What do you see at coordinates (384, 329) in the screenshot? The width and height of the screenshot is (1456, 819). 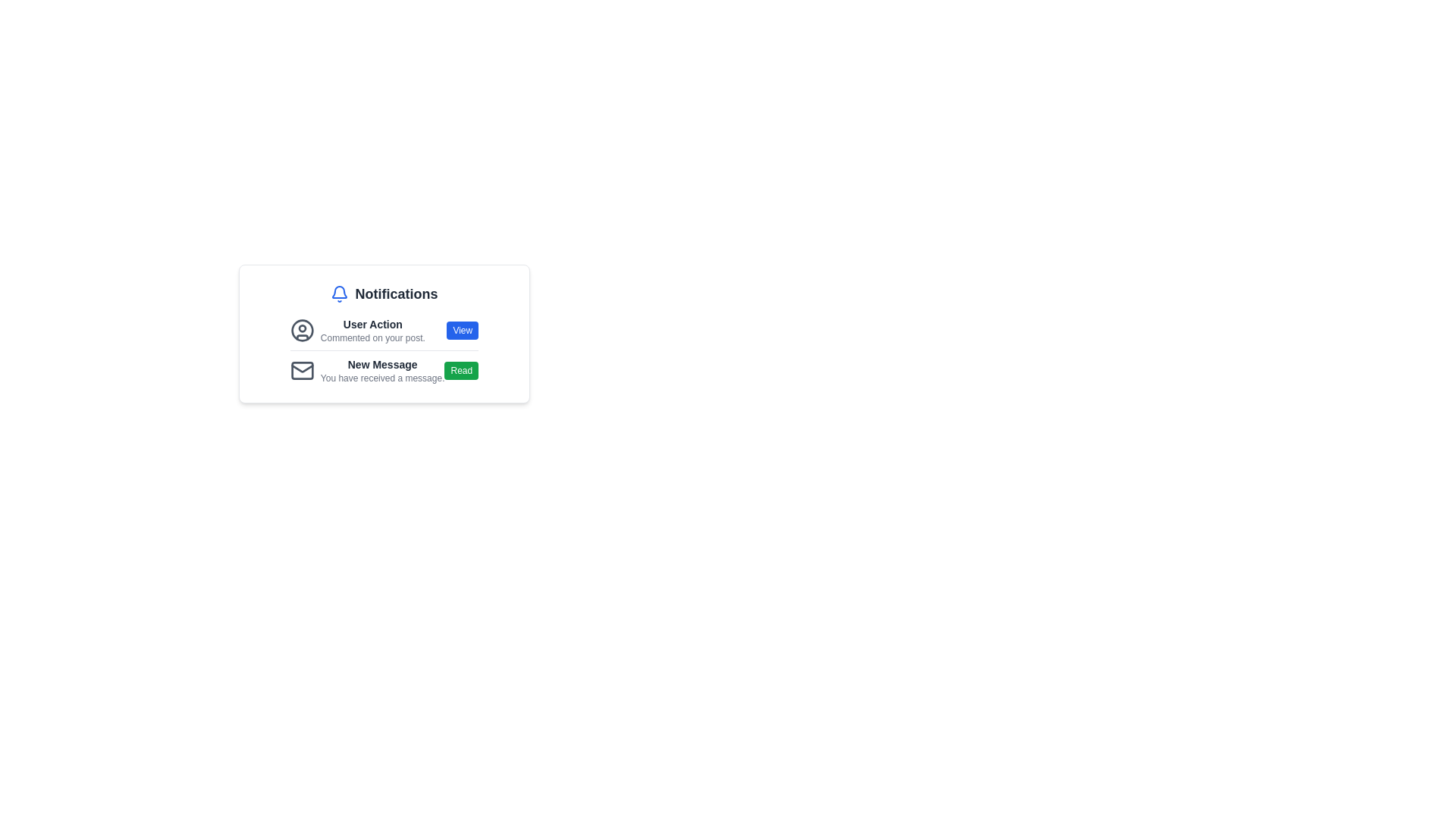 I see `notification content which includes a user profile icon, a bold title 'User Action', and the description 'Commented on your post.'` at bounding box center [384, 329].